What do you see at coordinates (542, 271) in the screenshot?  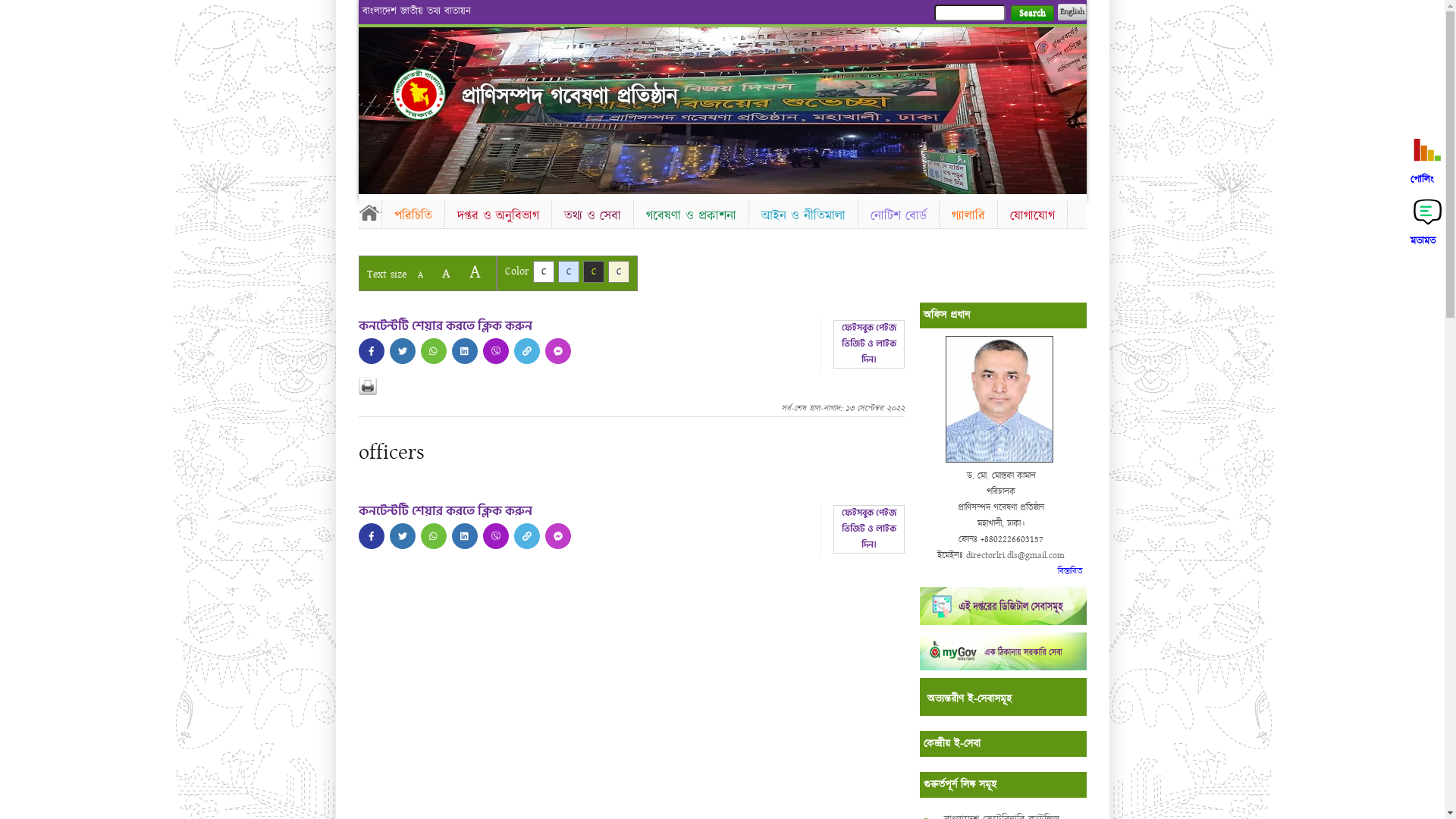 I see `'C'` at bounding box center [542, 271].